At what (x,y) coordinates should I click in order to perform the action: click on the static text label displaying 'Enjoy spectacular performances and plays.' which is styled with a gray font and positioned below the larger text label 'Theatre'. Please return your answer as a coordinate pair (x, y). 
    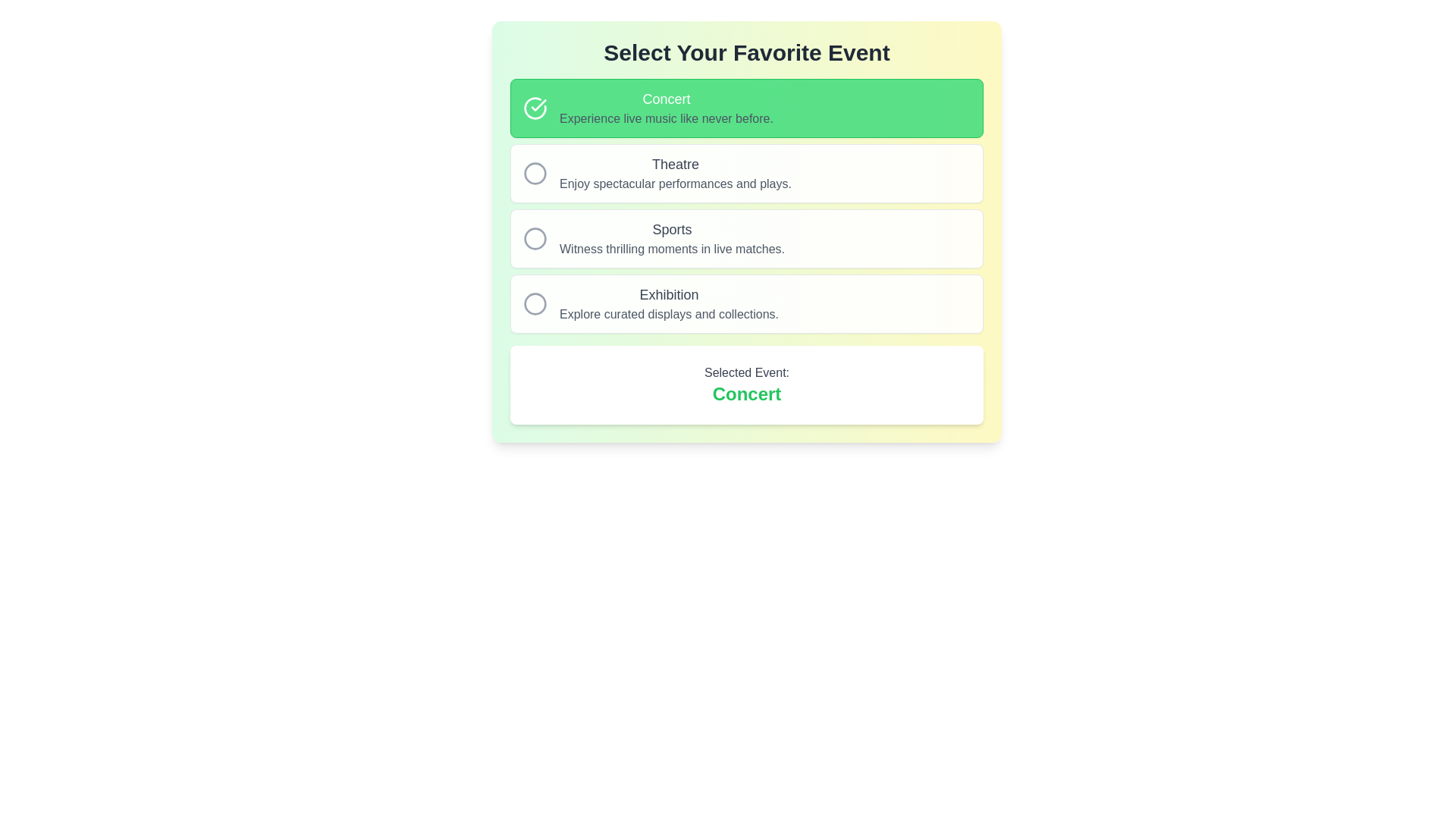
    Looking at the image, I should click on (674, 184).